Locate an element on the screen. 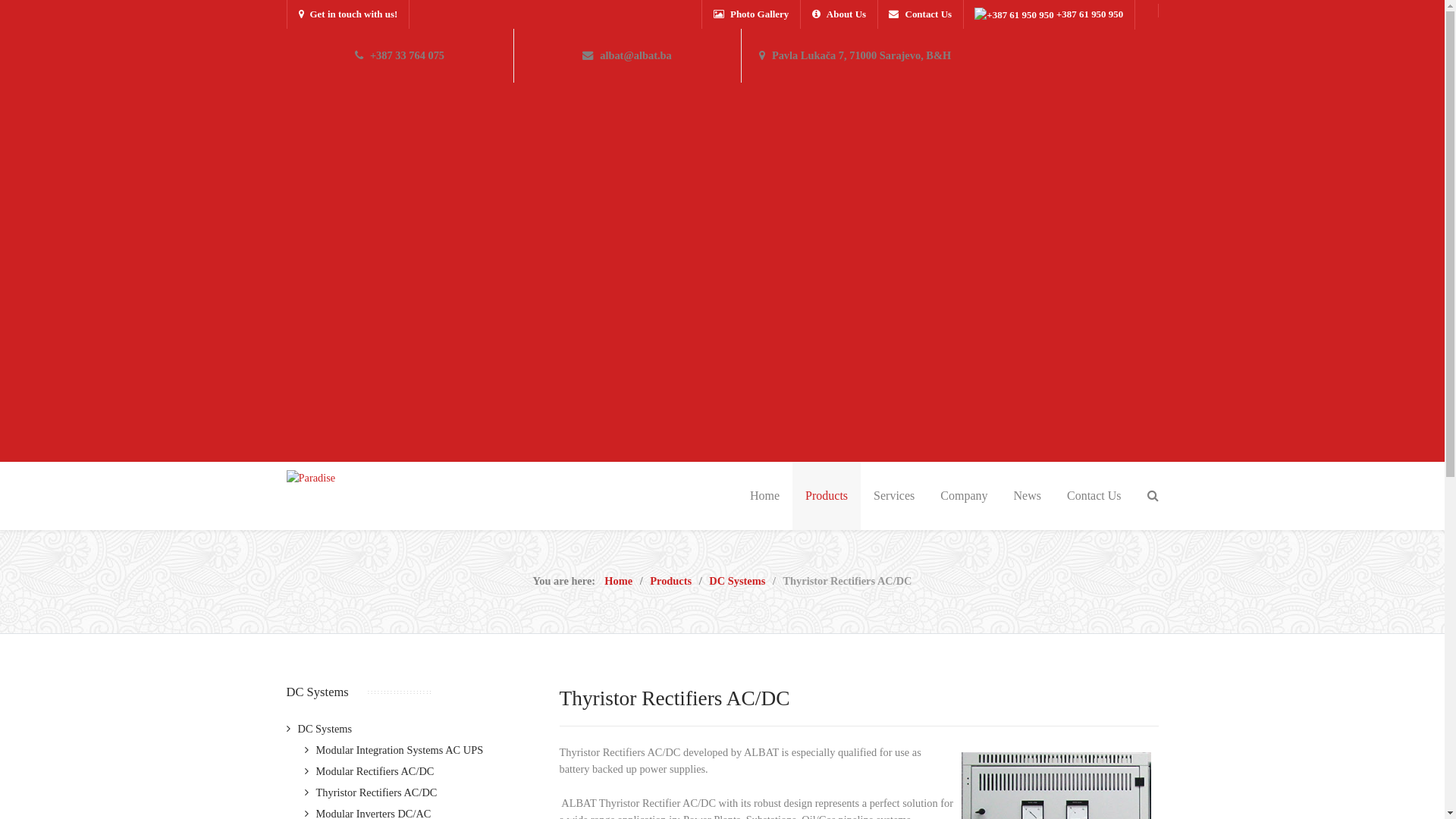 The height and width of the screenshot is (819, 1456). 'Products' is located at coordinates (670, 580).